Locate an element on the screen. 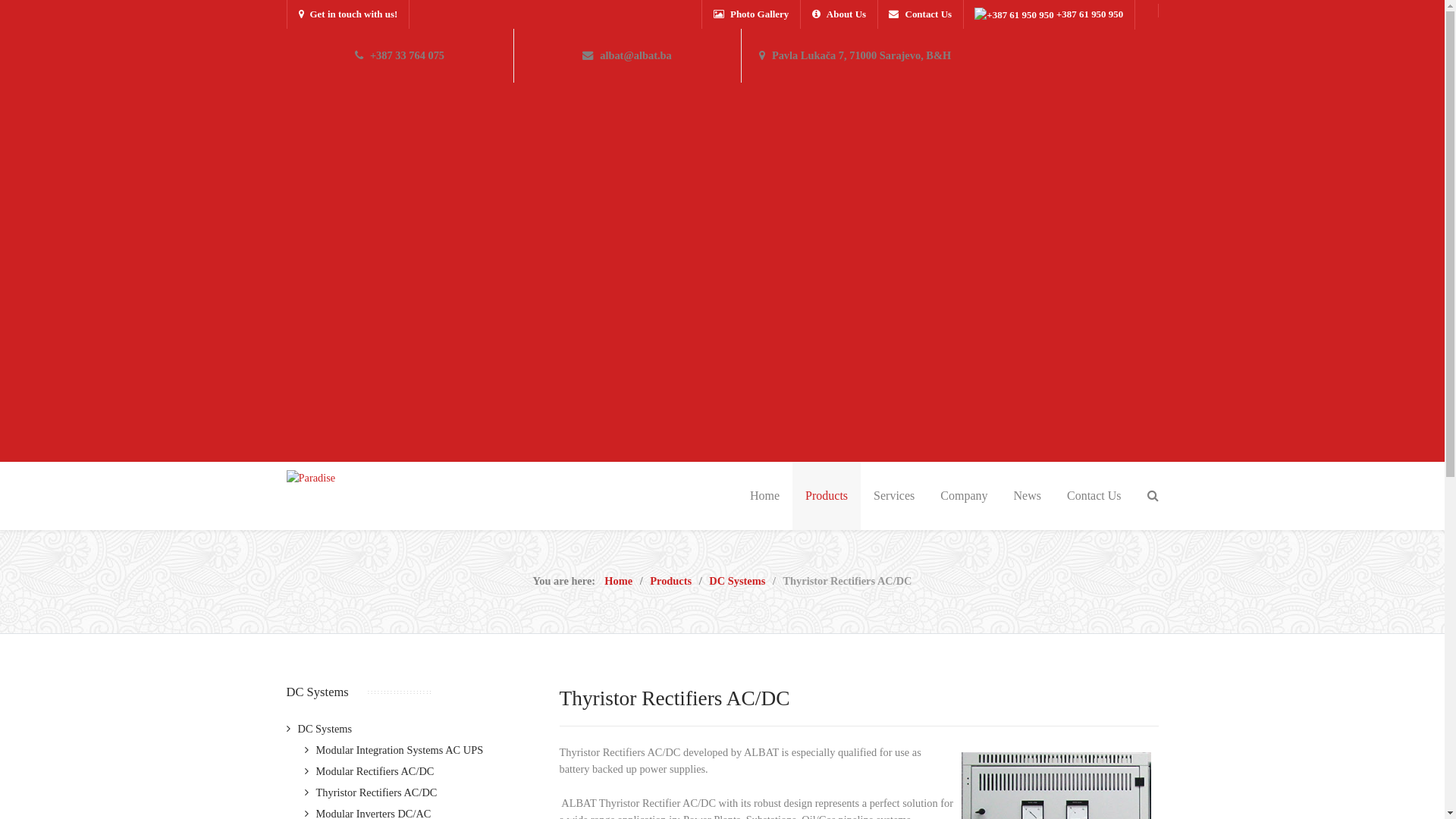 The height and width of the screenshot is (819, 1456). 'Products' is located at coordinates (670, 580).